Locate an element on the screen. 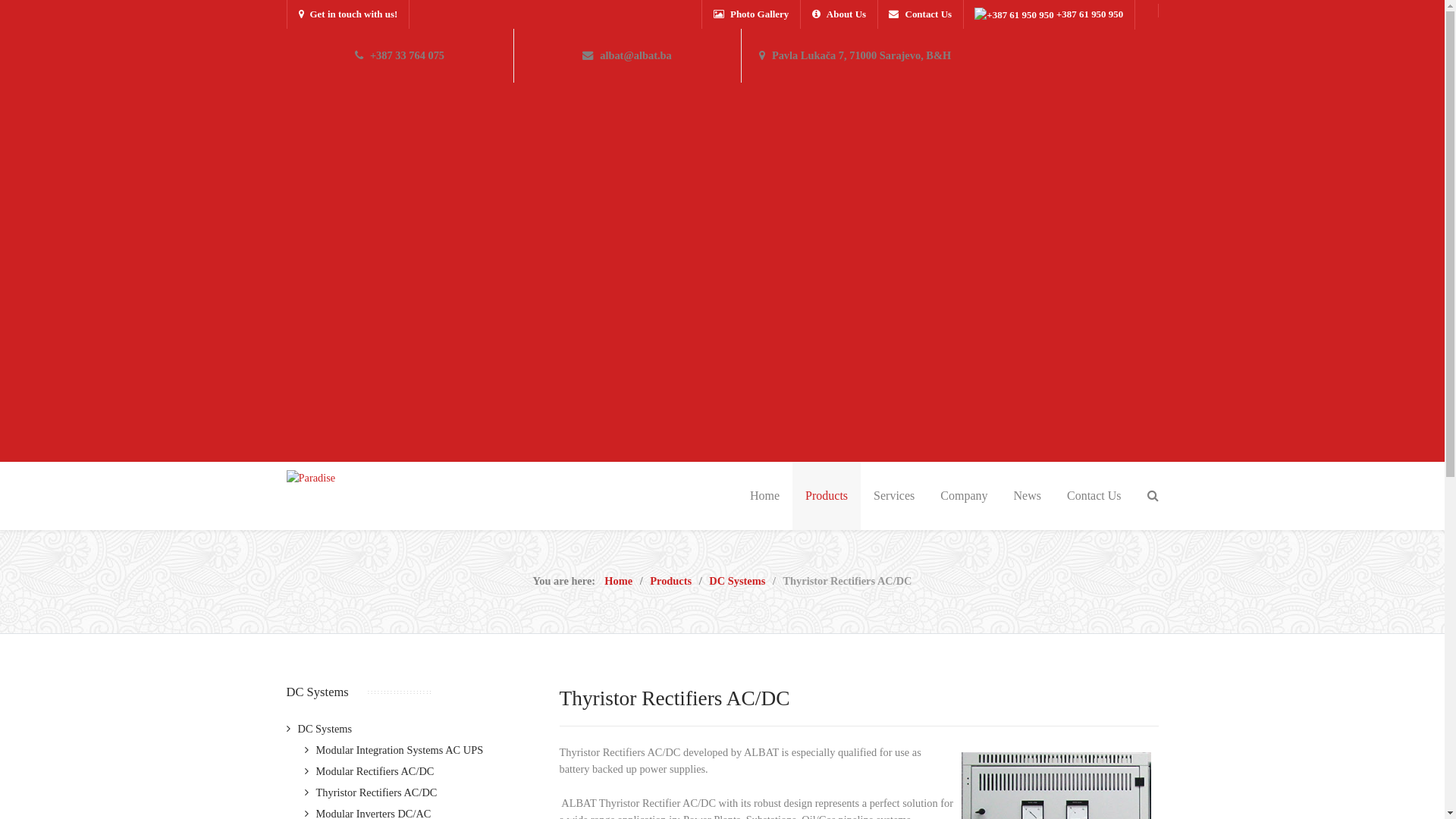 The height and width of the screenshot is (819, 1456). 'Products' is located at coordinates (670, 580).